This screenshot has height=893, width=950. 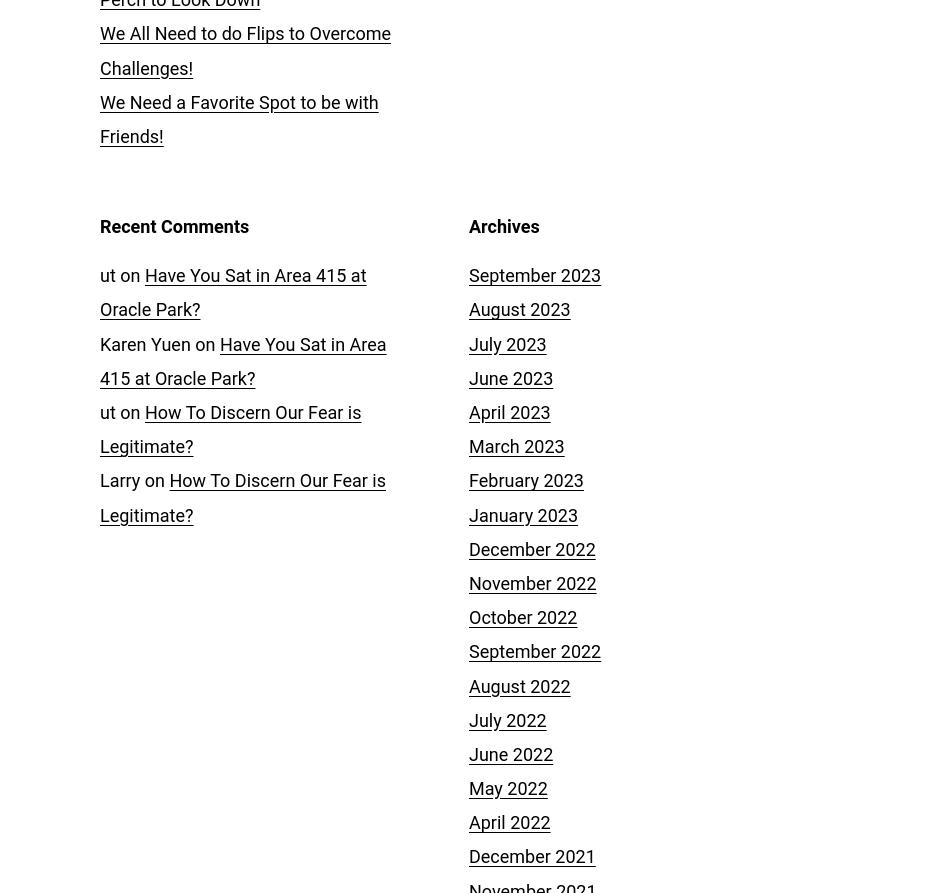 What do you see at coordinates (174, 225) in the screenshot?
I see `'Recent Comments'` at bounding box center [174, 225].